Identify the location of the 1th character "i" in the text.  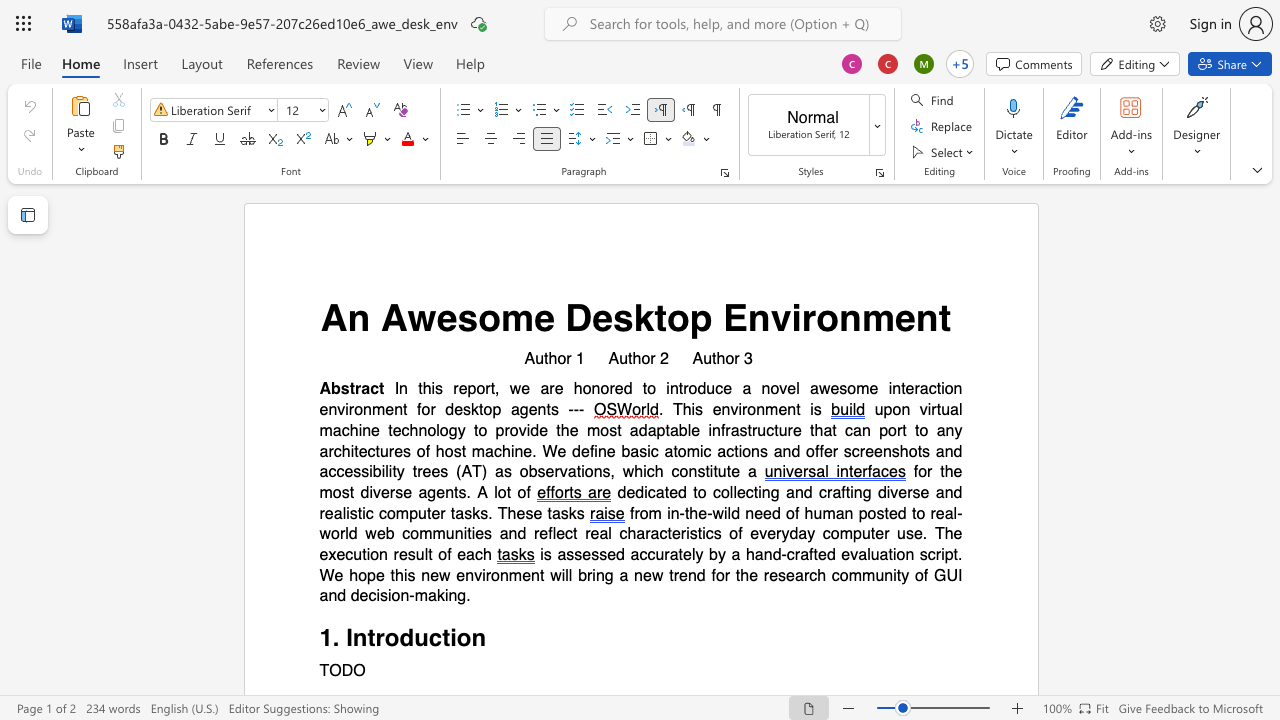
(483, 575).